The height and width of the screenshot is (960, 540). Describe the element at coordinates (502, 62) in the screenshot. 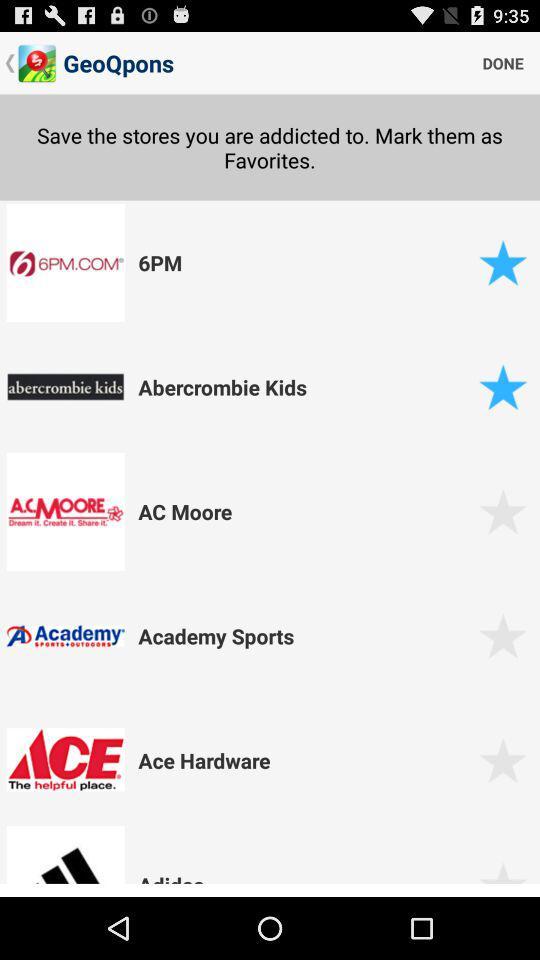

I see `done item` at that location.